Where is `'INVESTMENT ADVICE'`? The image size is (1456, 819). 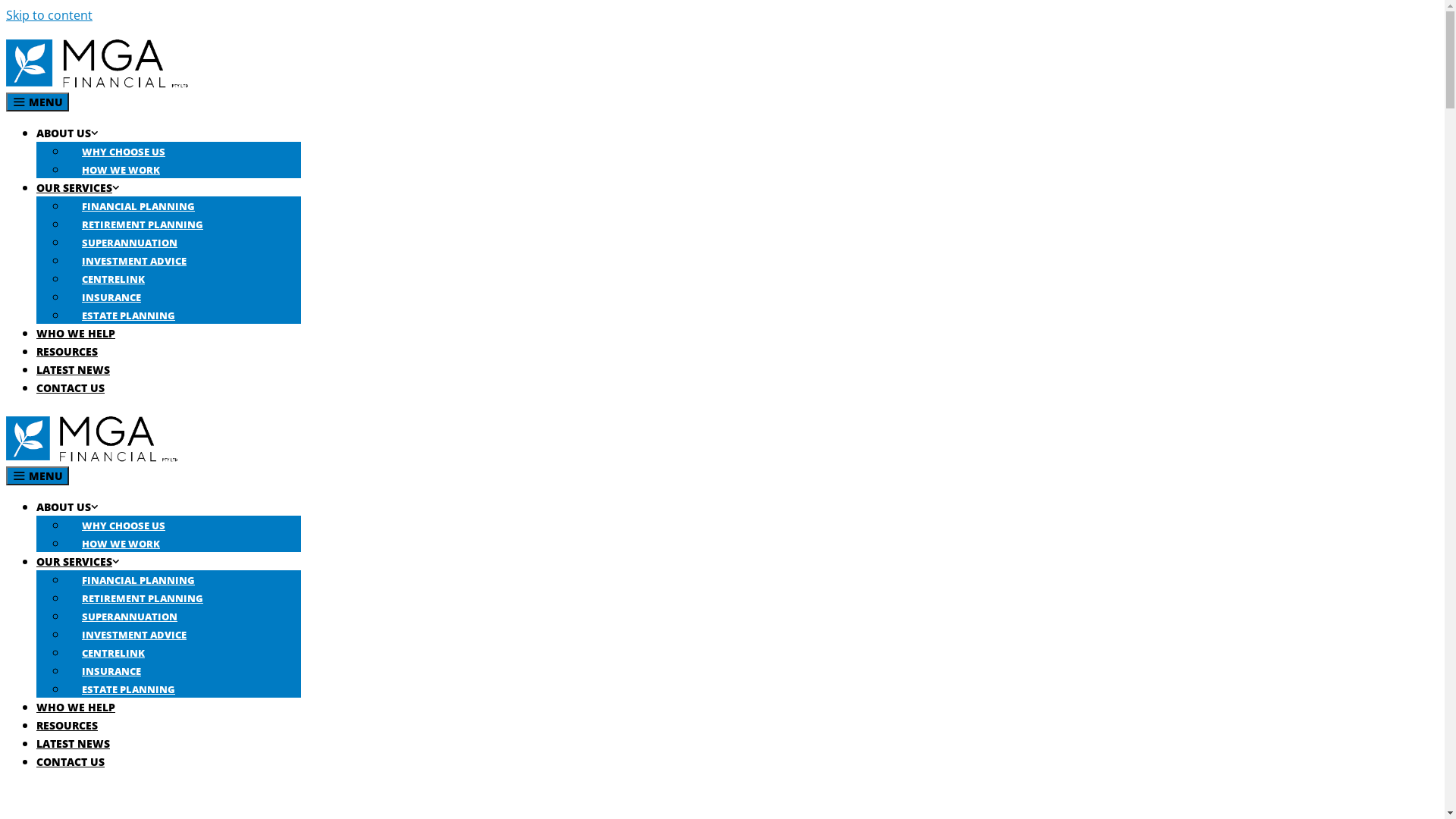
'INVESTMENT ADVICE' is located at coordinates (134, 635).